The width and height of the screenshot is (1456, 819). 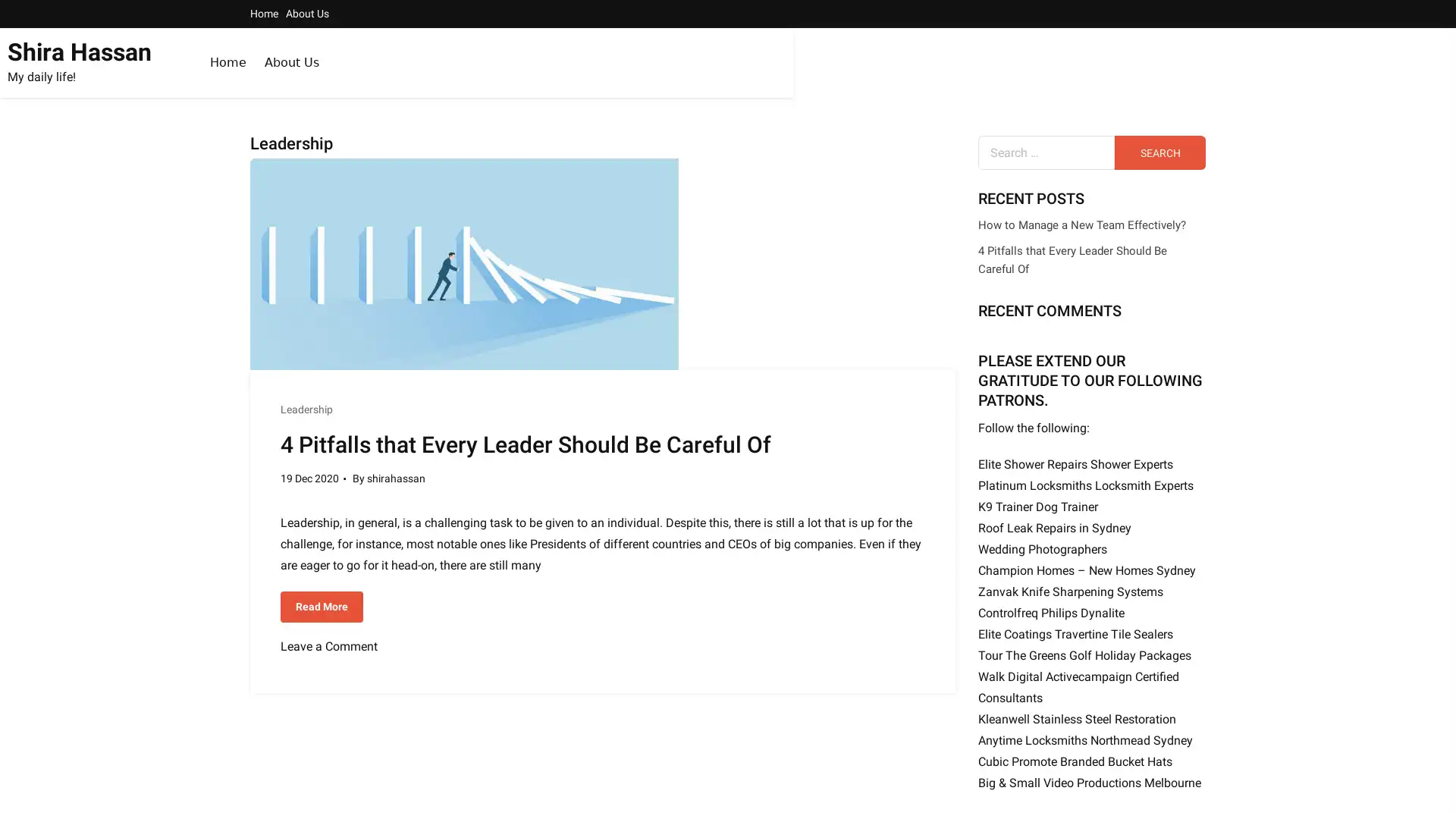 What do you see at coordinates (1159, 152) in the screenshot?
I see `Search` at bounding box center [1159, 152].